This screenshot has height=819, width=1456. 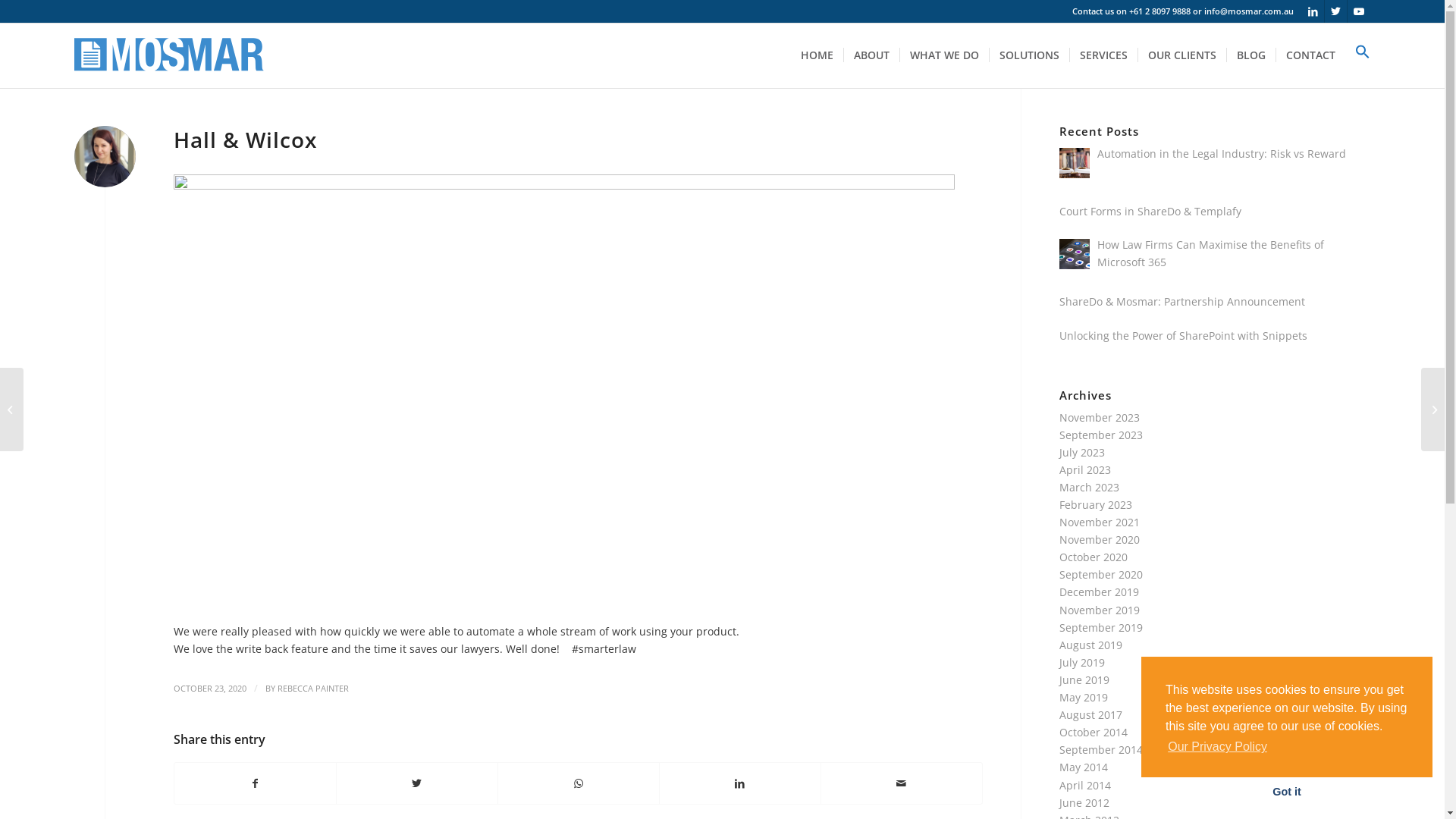 What do you see at coordinates (1248, 11) in the screenshot?
I see `'info@mosmar.com.au'` at bounding box center [1248, 11].